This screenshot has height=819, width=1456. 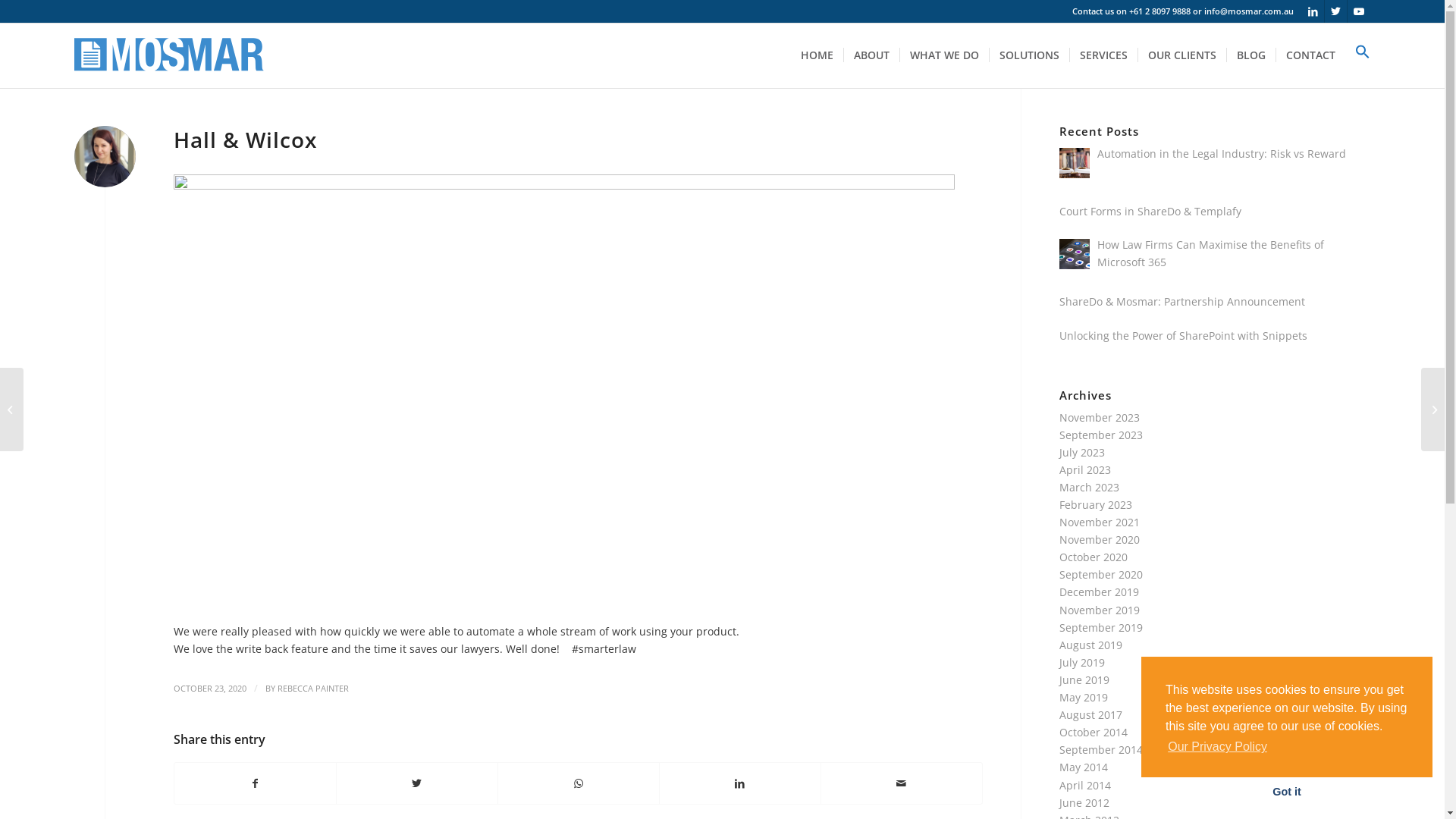 What do you see at coordinates (1248, 11) in the screenshot?
I see `'info@mosmar.com.au'` at bounding box center [1248, 11].